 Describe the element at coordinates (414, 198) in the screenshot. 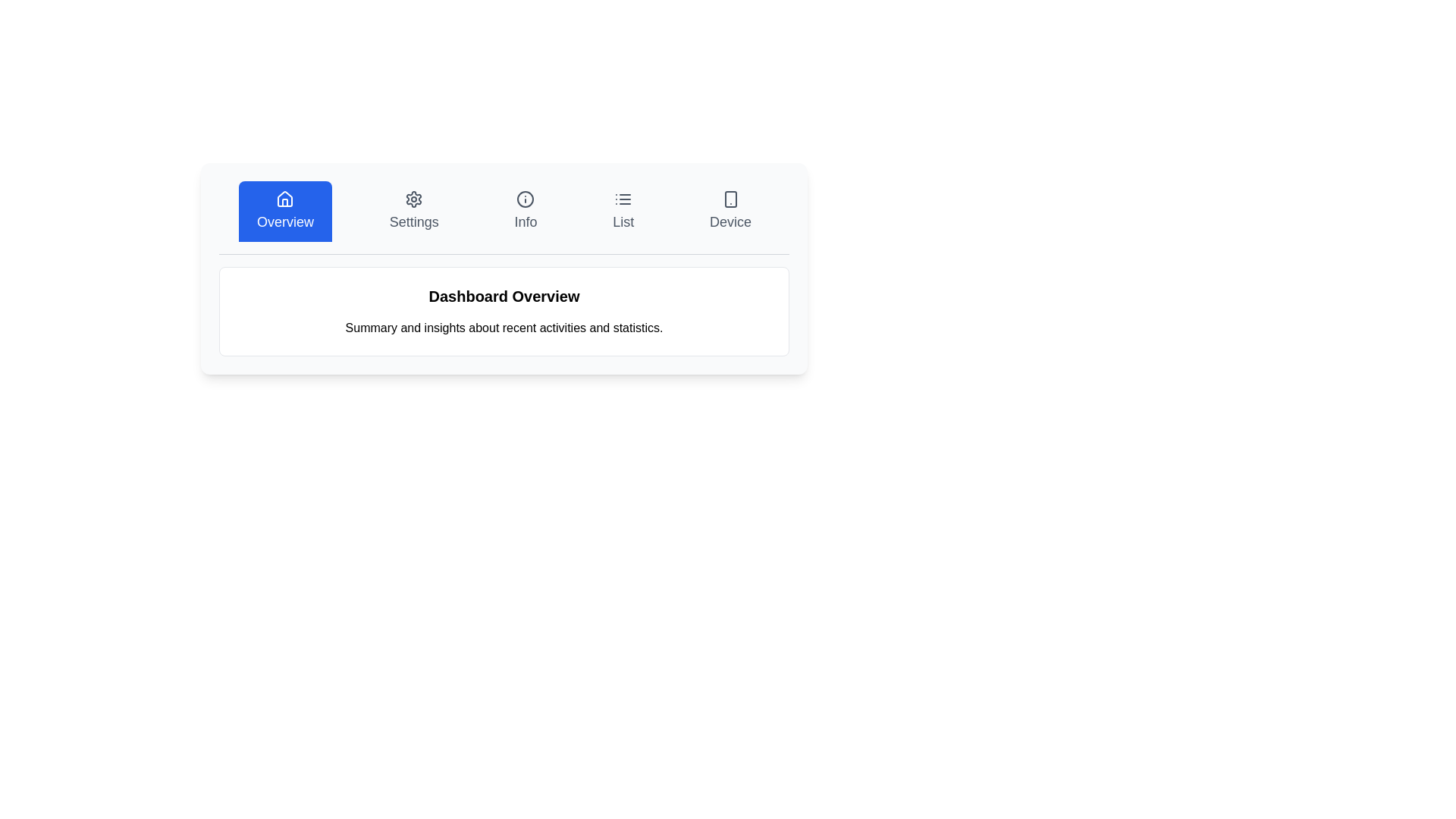

I see `the settings icon located in the navigation bar, which is the second button from the left` at that location.